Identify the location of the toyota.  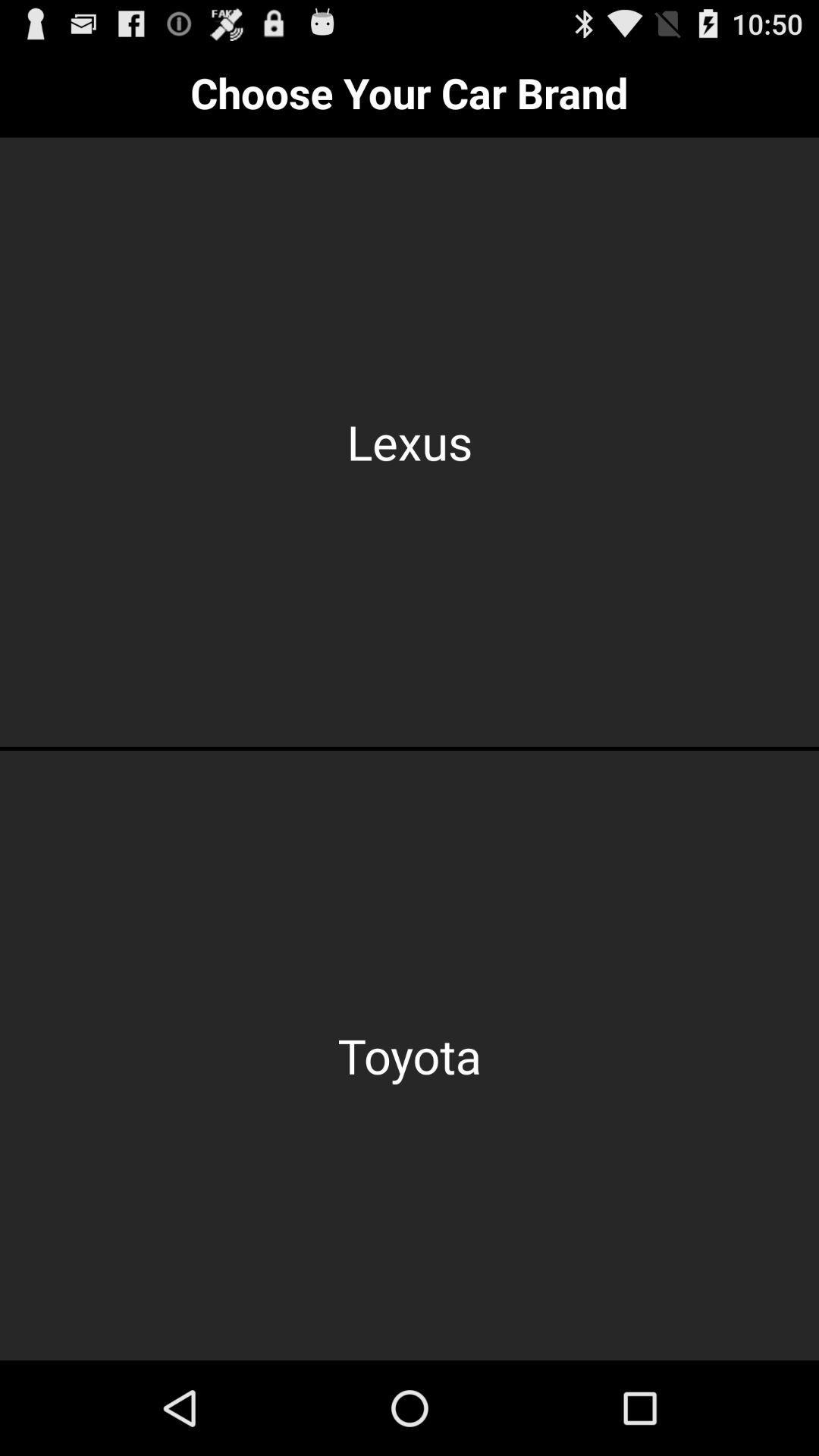
(409, 1055).